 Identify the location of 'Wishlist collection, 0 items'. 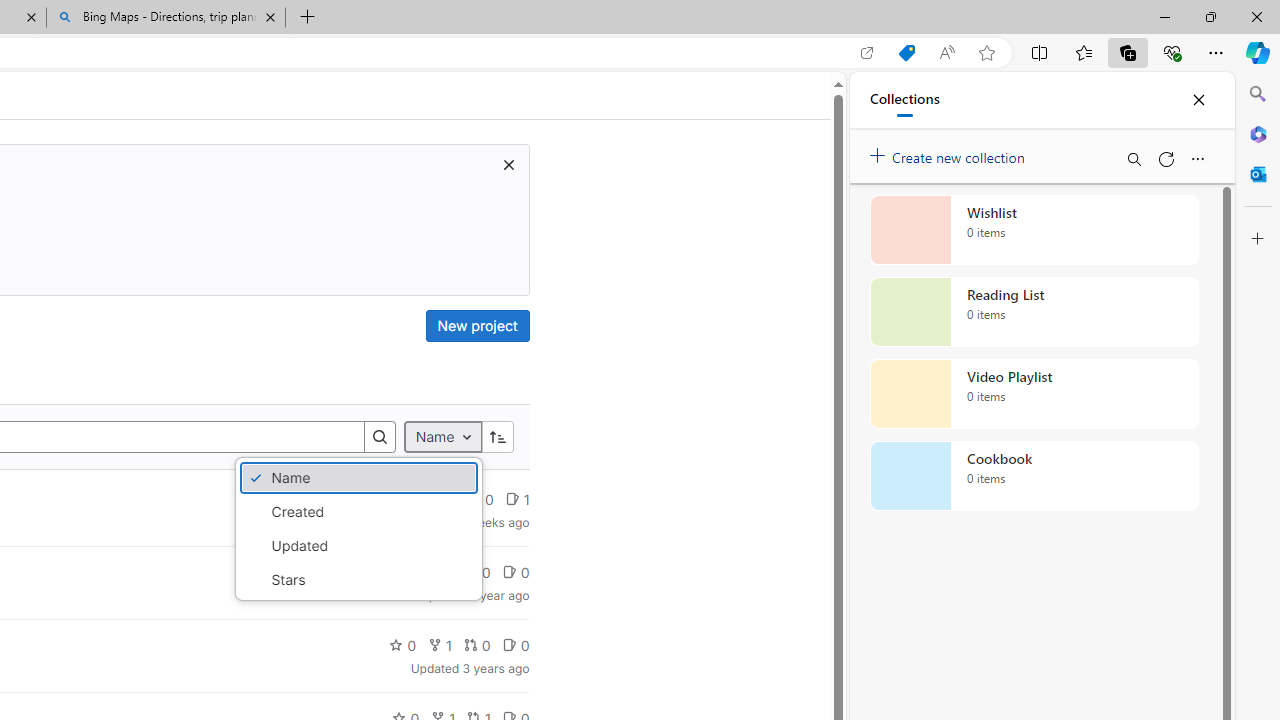
(1034, 229).